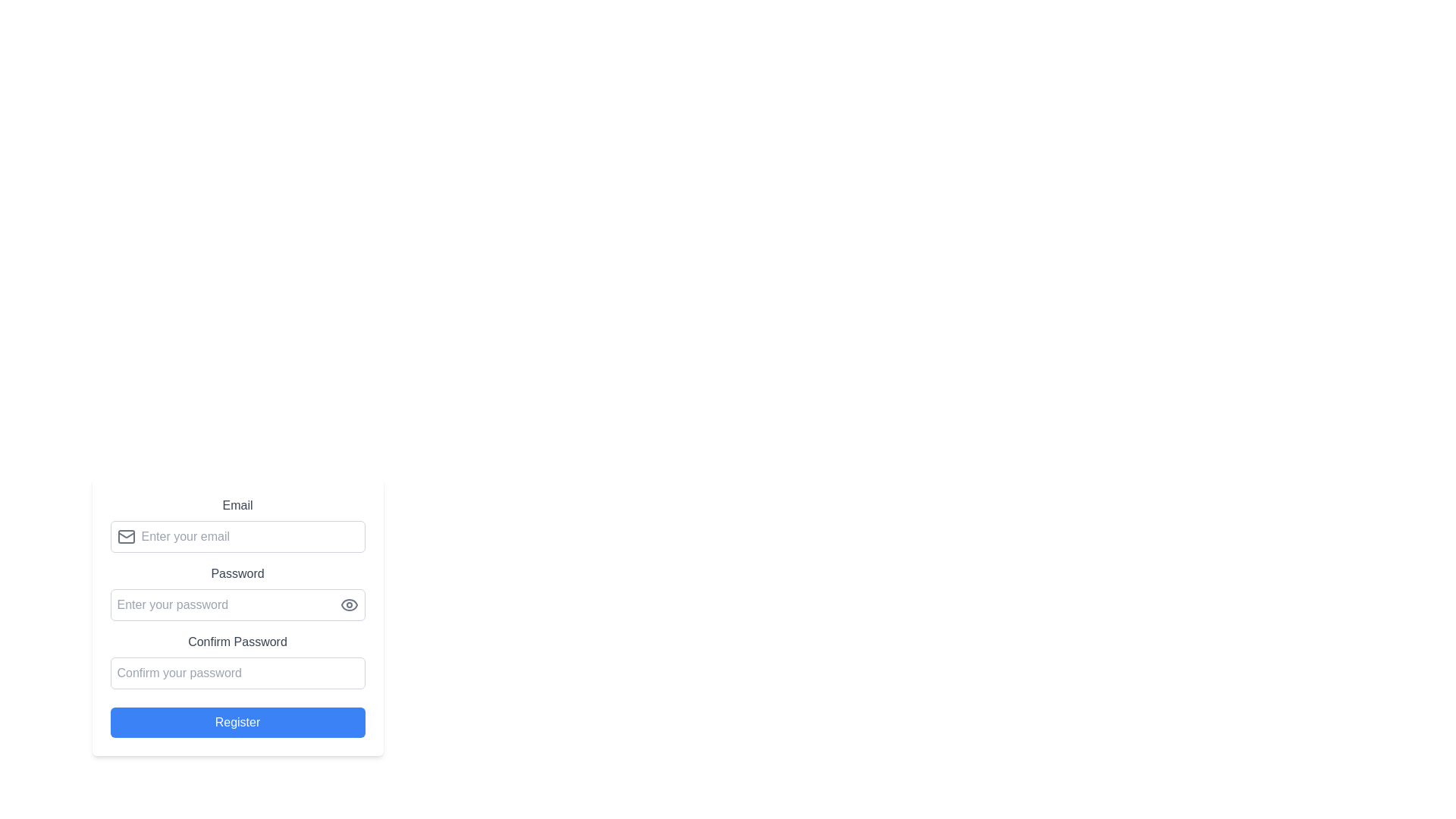 The width and height of the screenshot is (1456, 819). I want to click on the Form Input Section for email entry by using the tab key, so click(237, 523).